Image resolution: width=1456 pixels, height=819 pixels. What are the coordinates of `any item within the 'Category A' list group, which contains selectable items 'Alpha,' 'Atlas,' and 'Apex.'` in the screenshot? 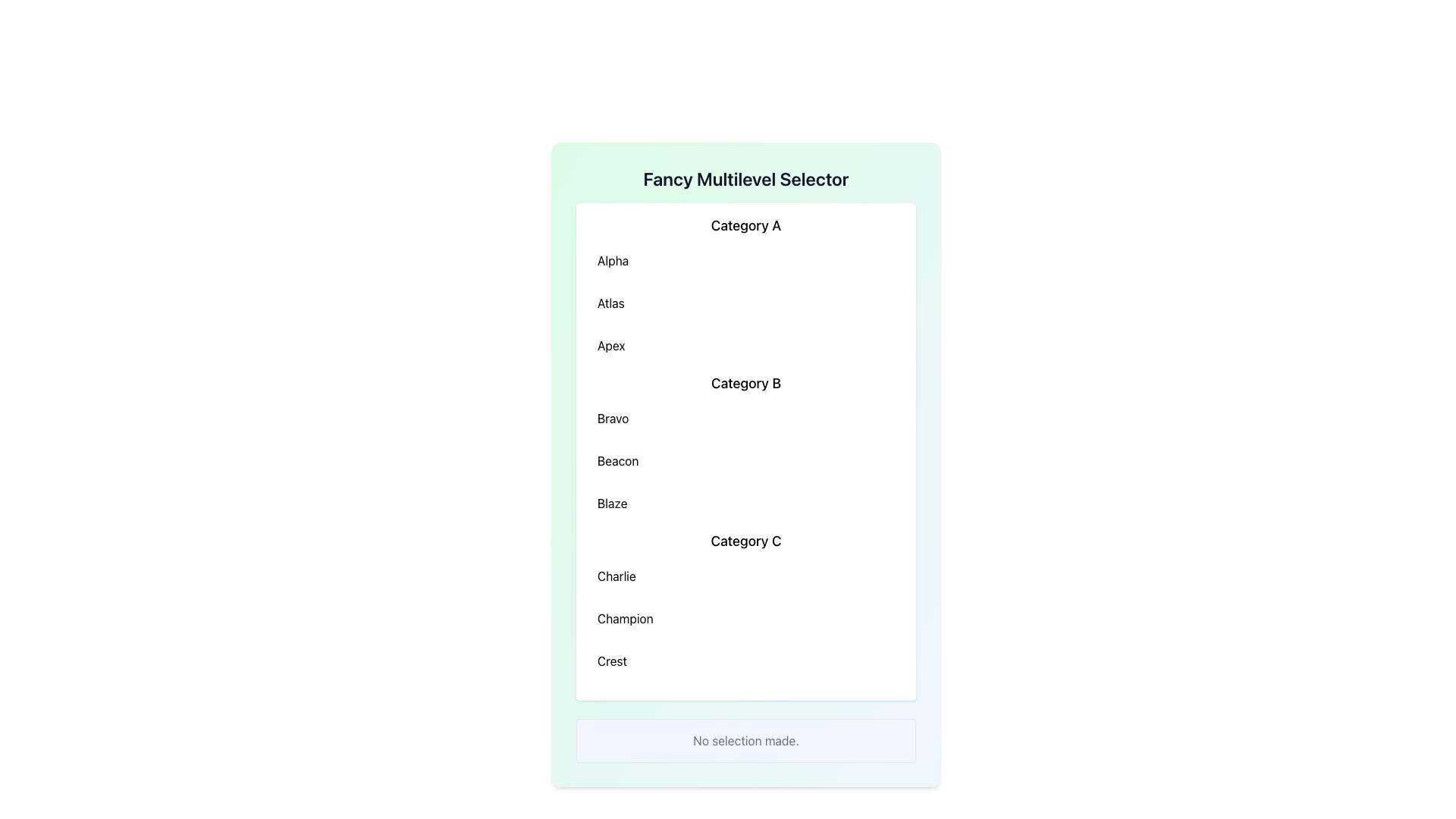 It's located at (745, 289).